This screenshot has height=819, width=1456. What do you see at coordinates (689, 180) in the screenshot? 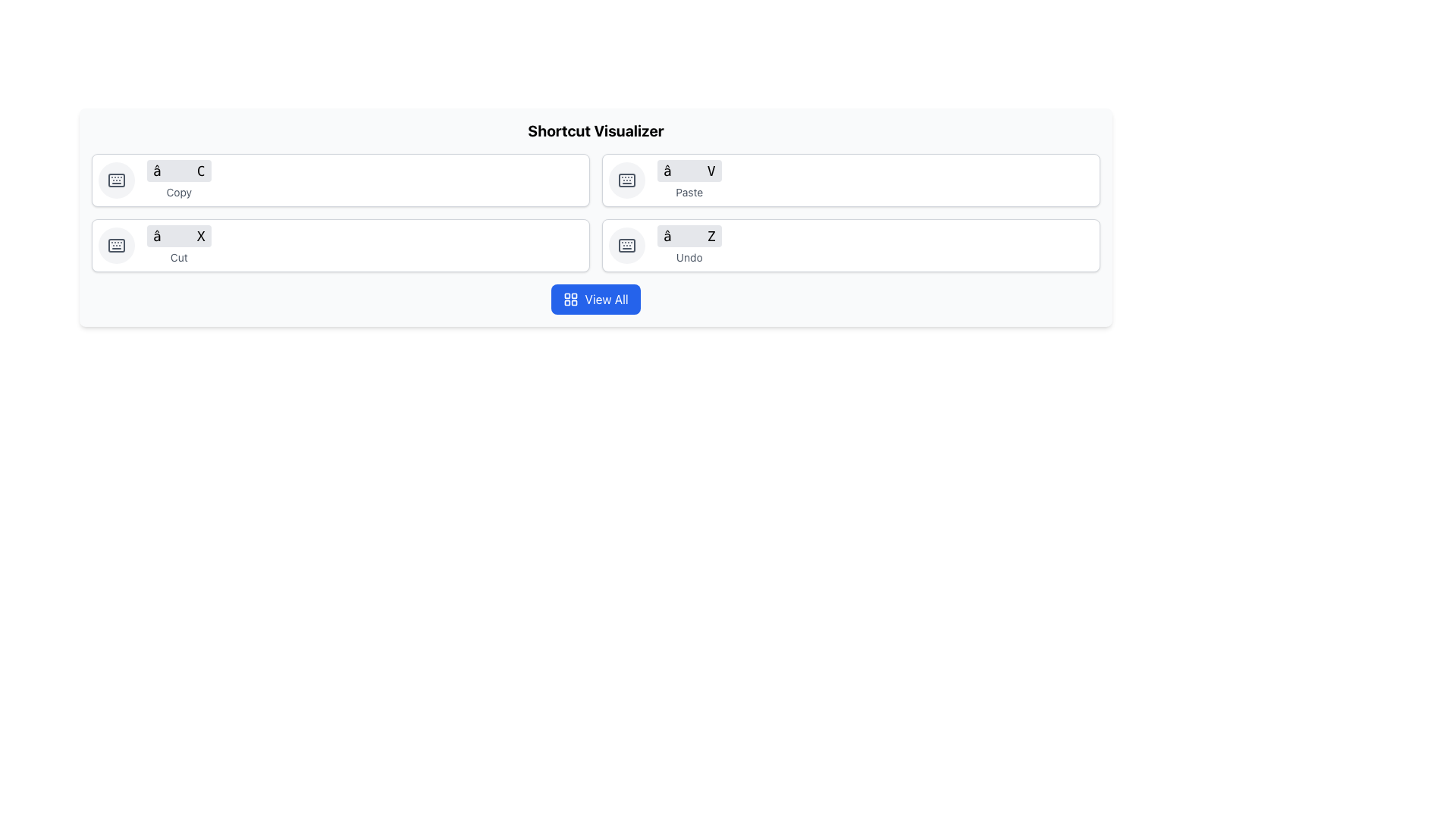
I see `the Label or Instructional Card containing the text 'â V' and 'Paste' which is styled in two rows, located towards the right side among similar elements` at bounding box center [689, 180].